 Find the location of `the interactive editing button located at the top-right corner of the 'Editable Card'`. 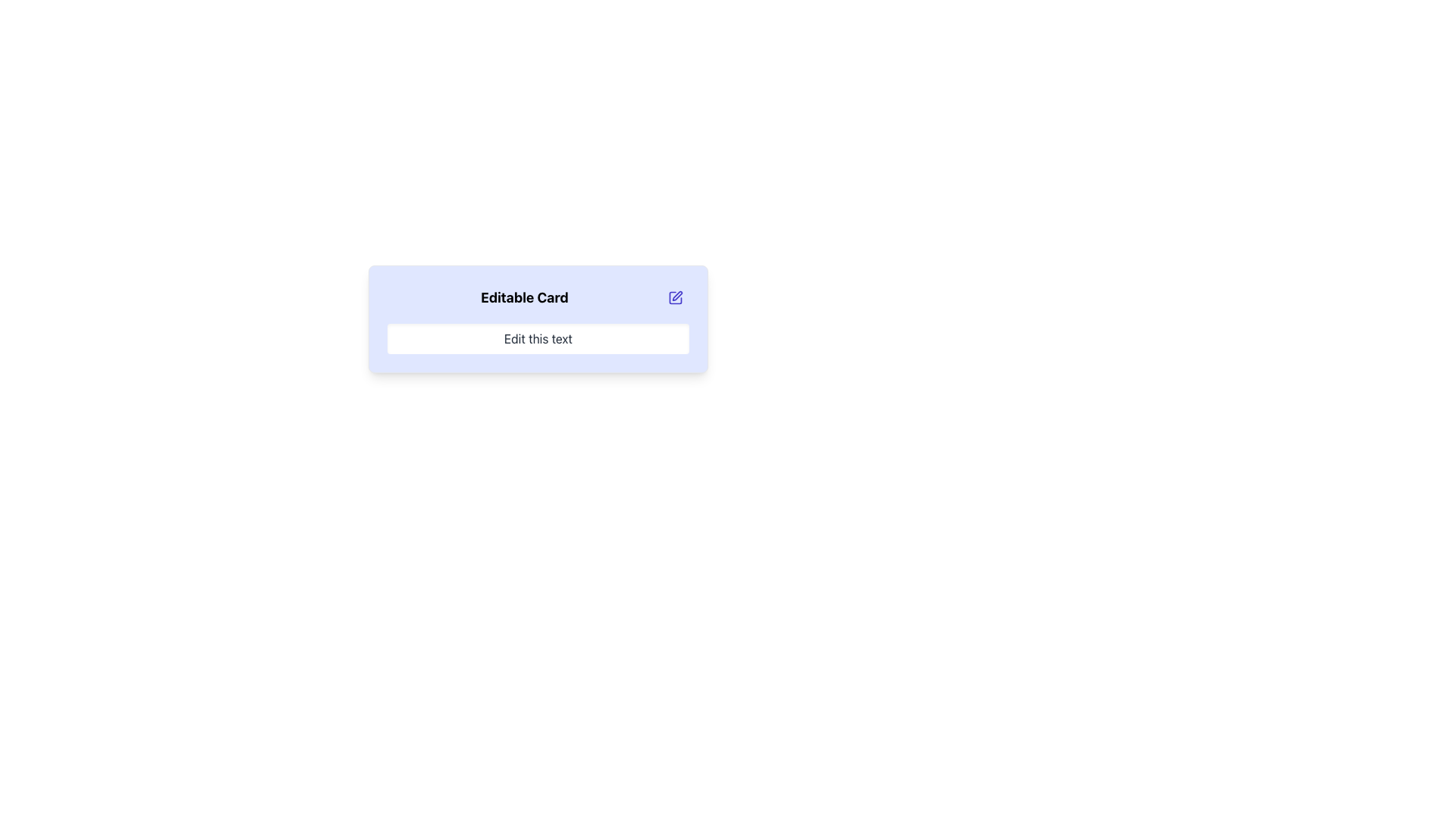

the interactive editing button located at the top-right corner of the 'Editable Card' is located at coordinates (675, 298).